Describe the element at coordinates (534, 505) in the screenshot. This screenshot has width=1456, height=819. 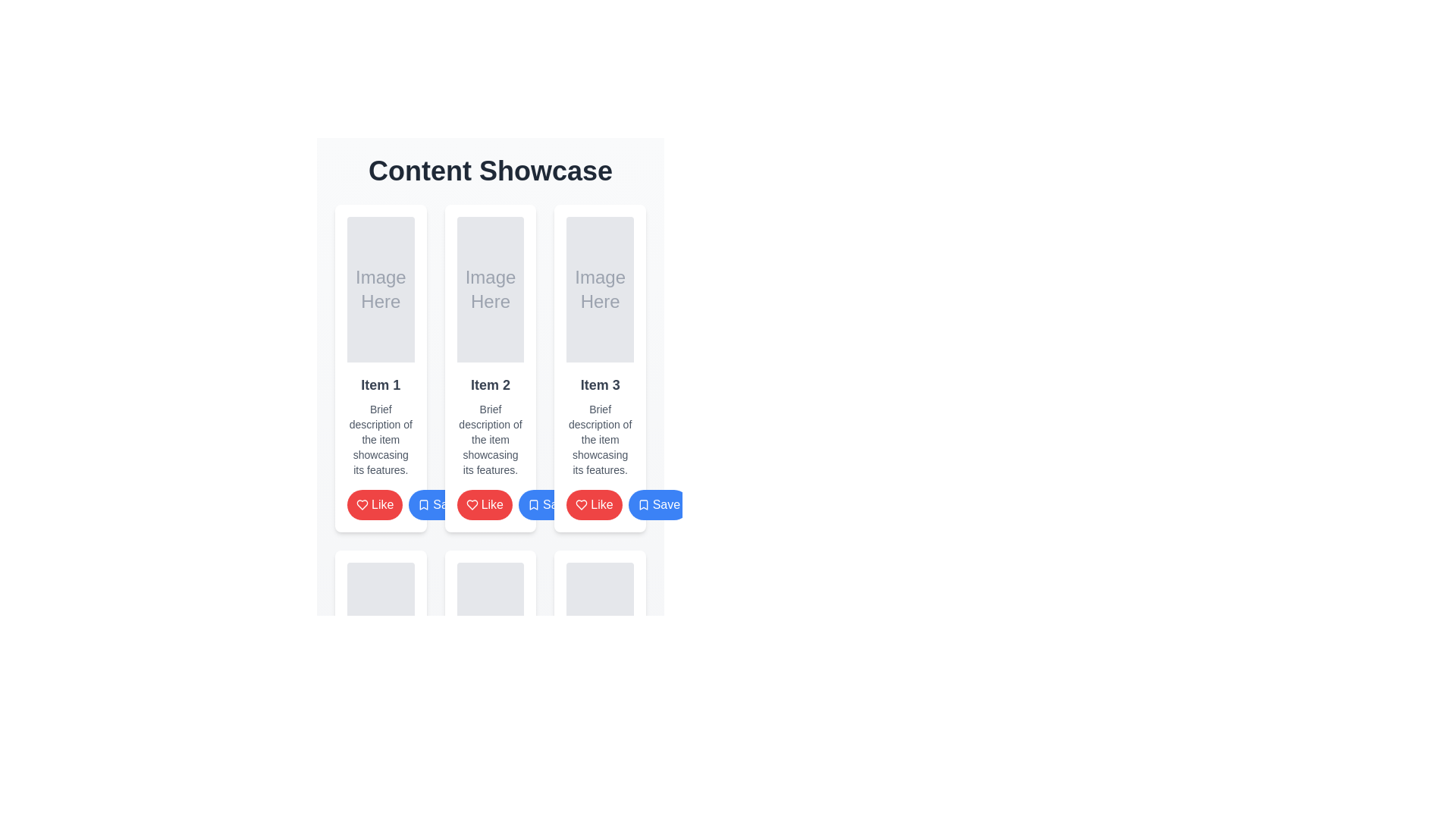
I see `the bookmark-shaped icon with a blue background on the right side of the 'Save' button` at that location.